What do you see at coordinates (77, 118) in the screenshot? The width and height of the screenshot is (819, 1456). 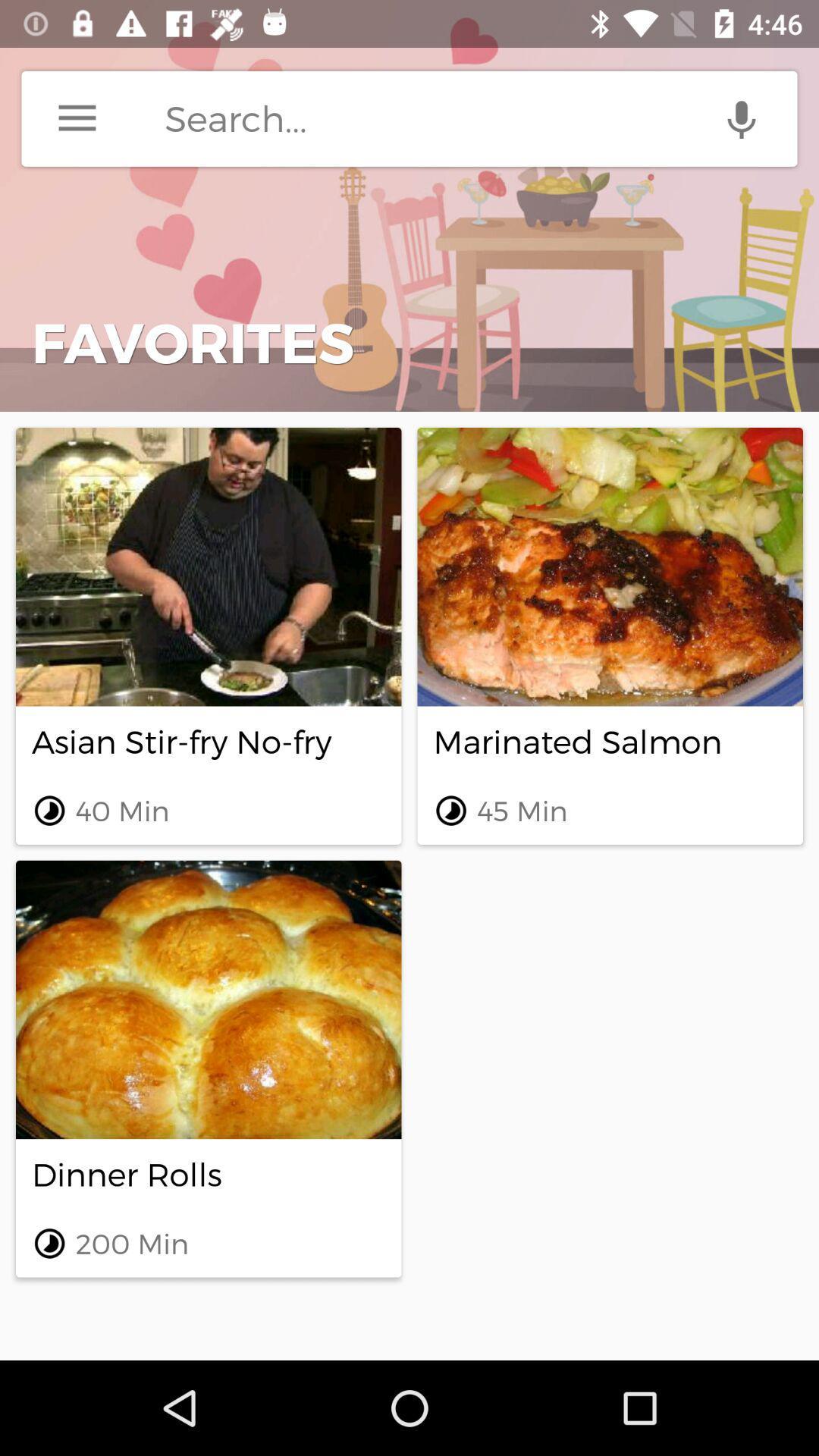 I see `menu options` at bounding box center [77, 118].